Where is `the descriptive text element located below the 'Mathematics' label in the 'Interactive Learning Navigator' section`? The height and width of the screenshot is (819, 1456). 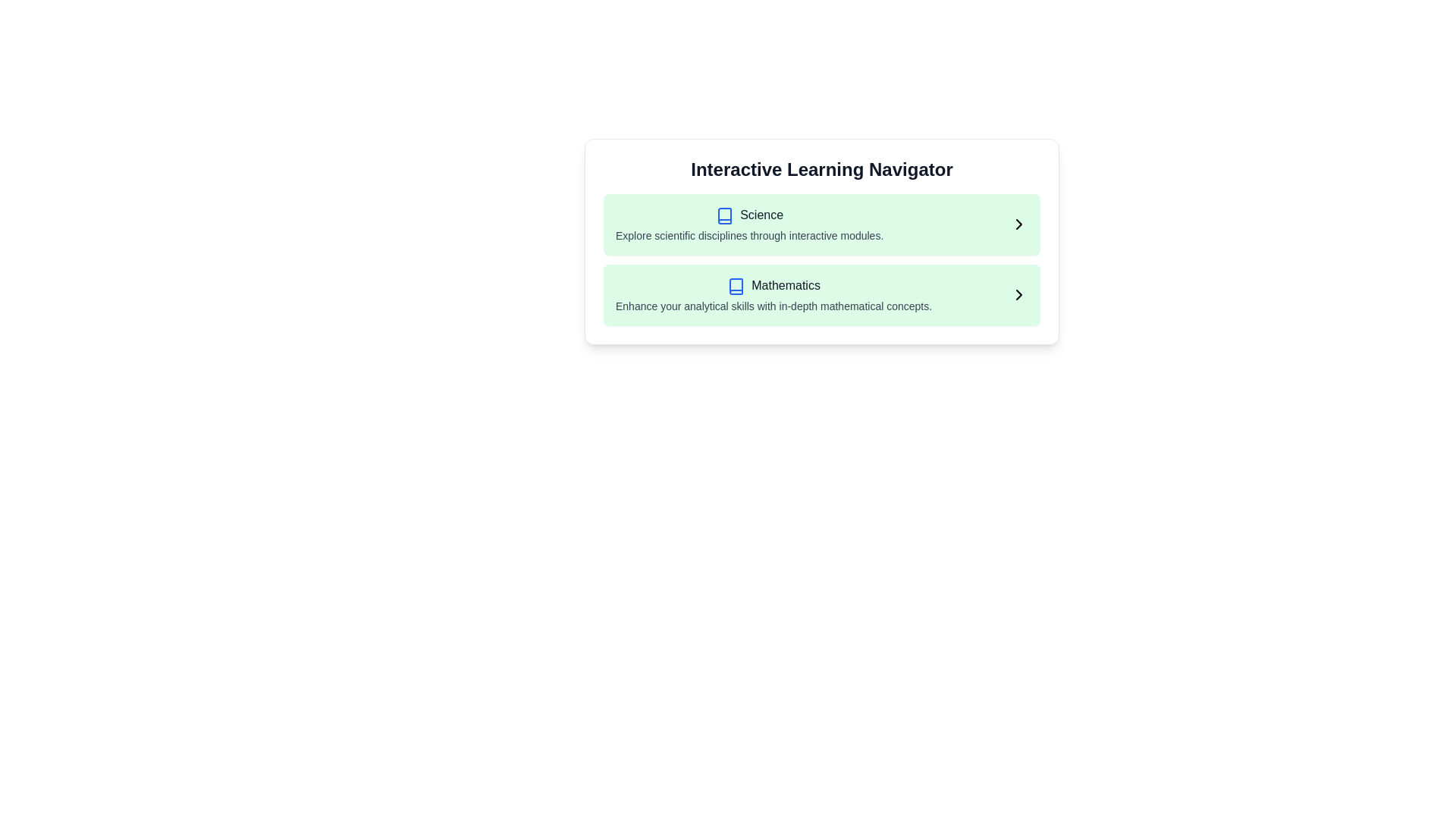 the descriptive text element located below the 'Mathematics' label in the 'Interactive Learning Navigator' section is located at coordinates (773, 306).